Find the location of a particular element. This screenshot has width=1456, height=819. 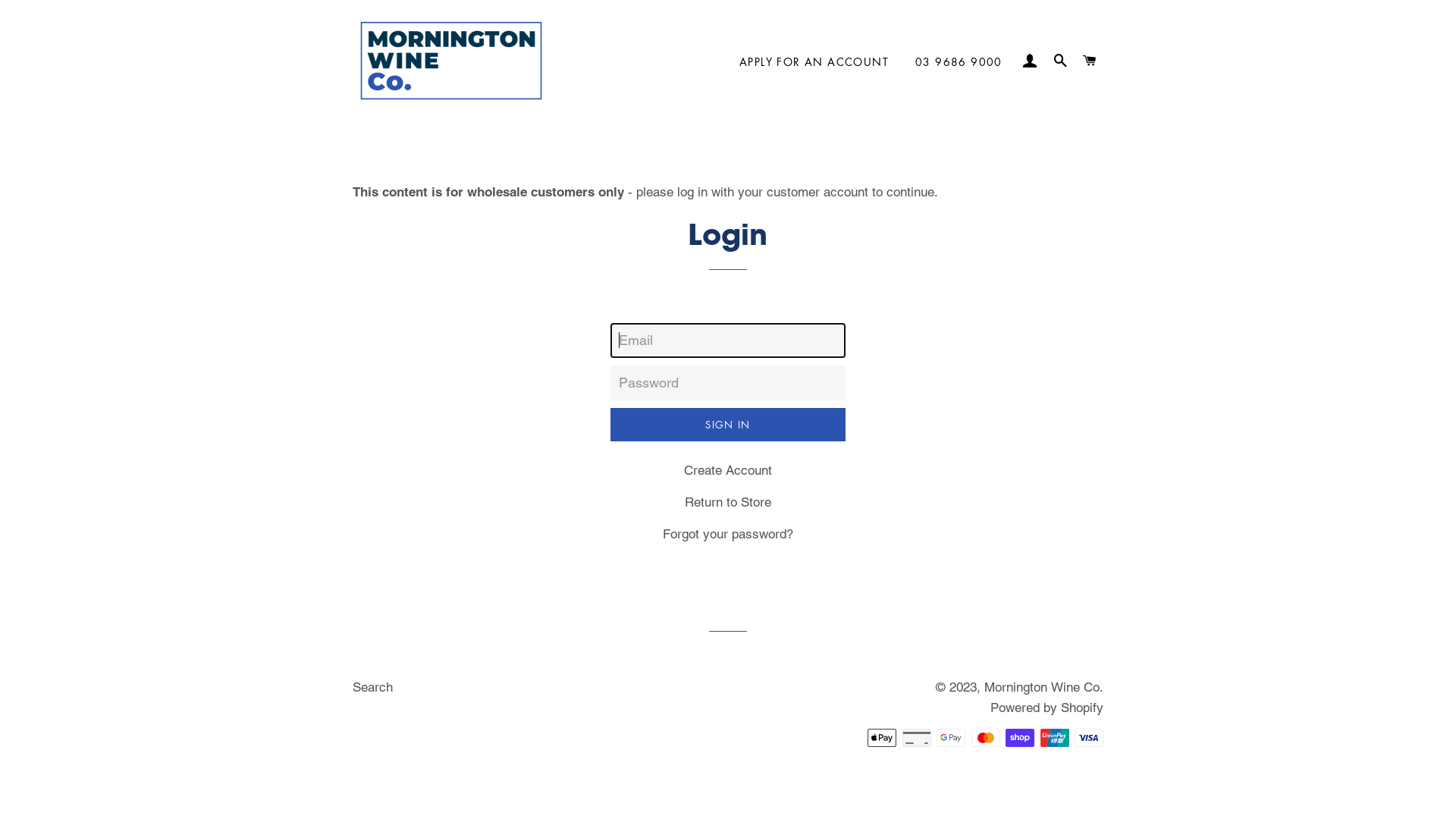

'03 9686 9000' is located at coordinates (958, 61).